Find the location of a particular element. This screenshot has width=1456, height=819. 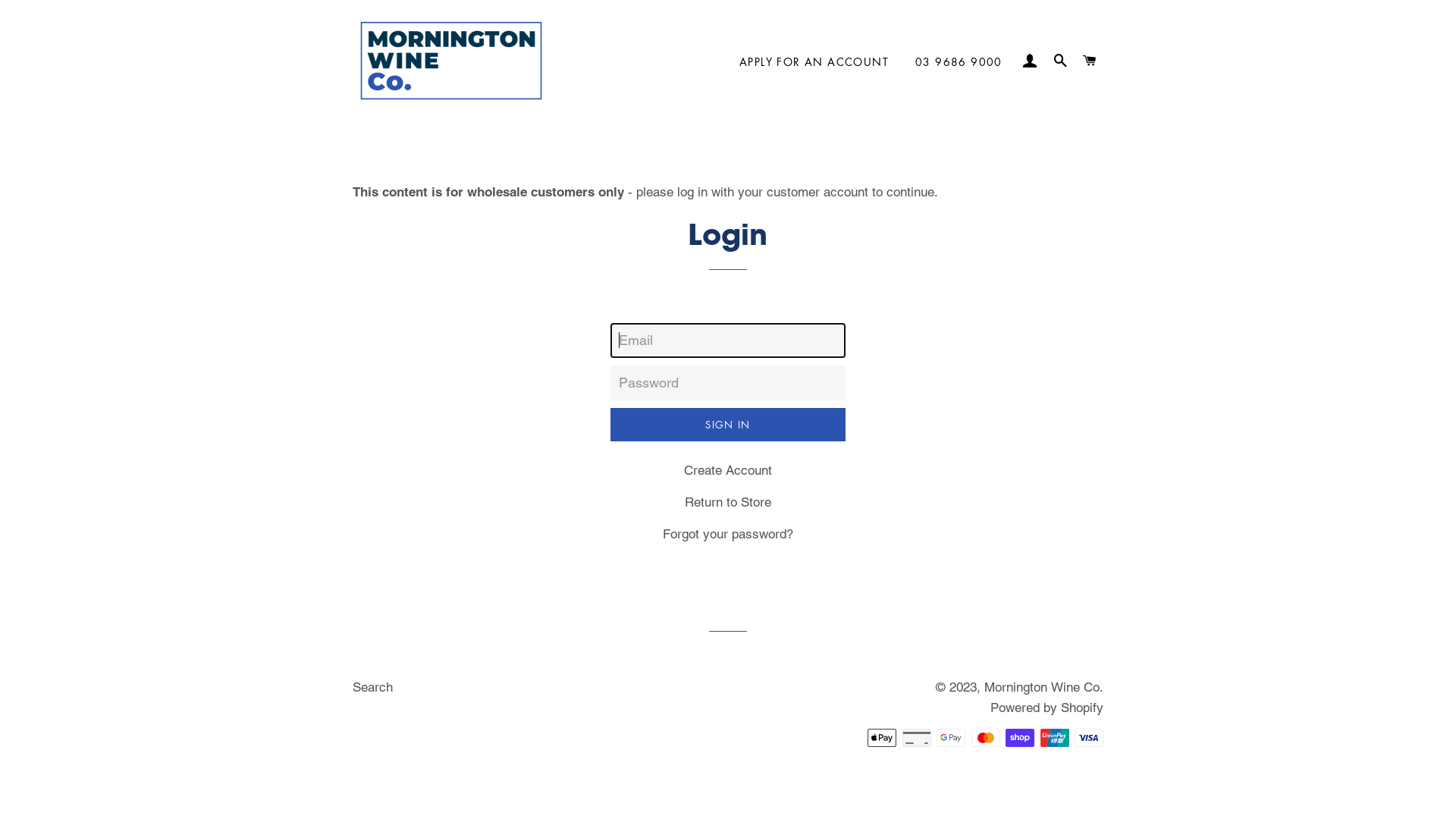

'03 9686 9000' is located at coordinates (958, 61).